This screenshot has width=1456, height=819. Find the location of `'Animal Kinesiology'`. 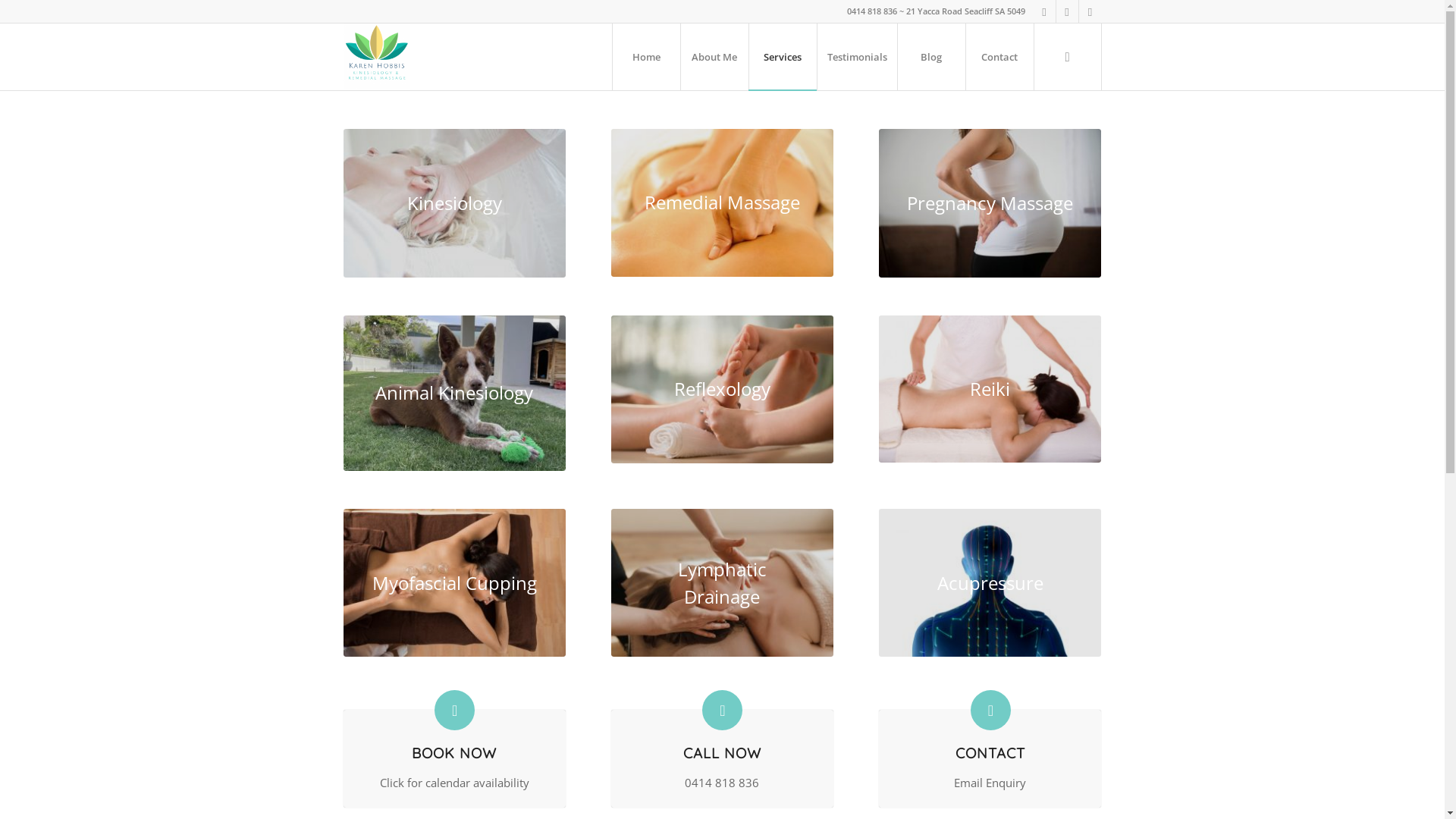

'Animal Kinesiology' is located at coordinates (453, 392).